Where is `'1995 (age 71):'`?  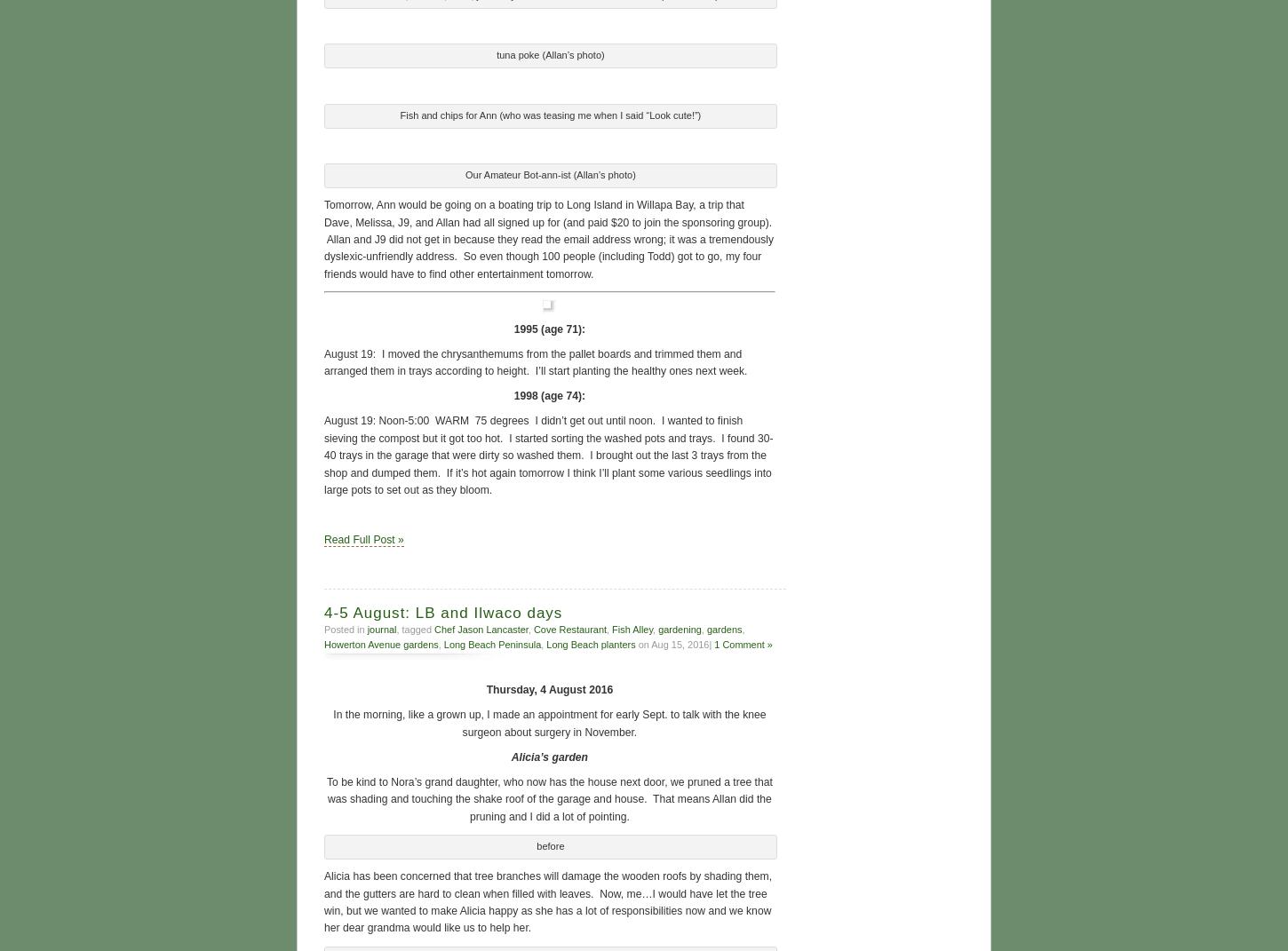
'1995 (age 71):' is located at coordinates (548, 325).